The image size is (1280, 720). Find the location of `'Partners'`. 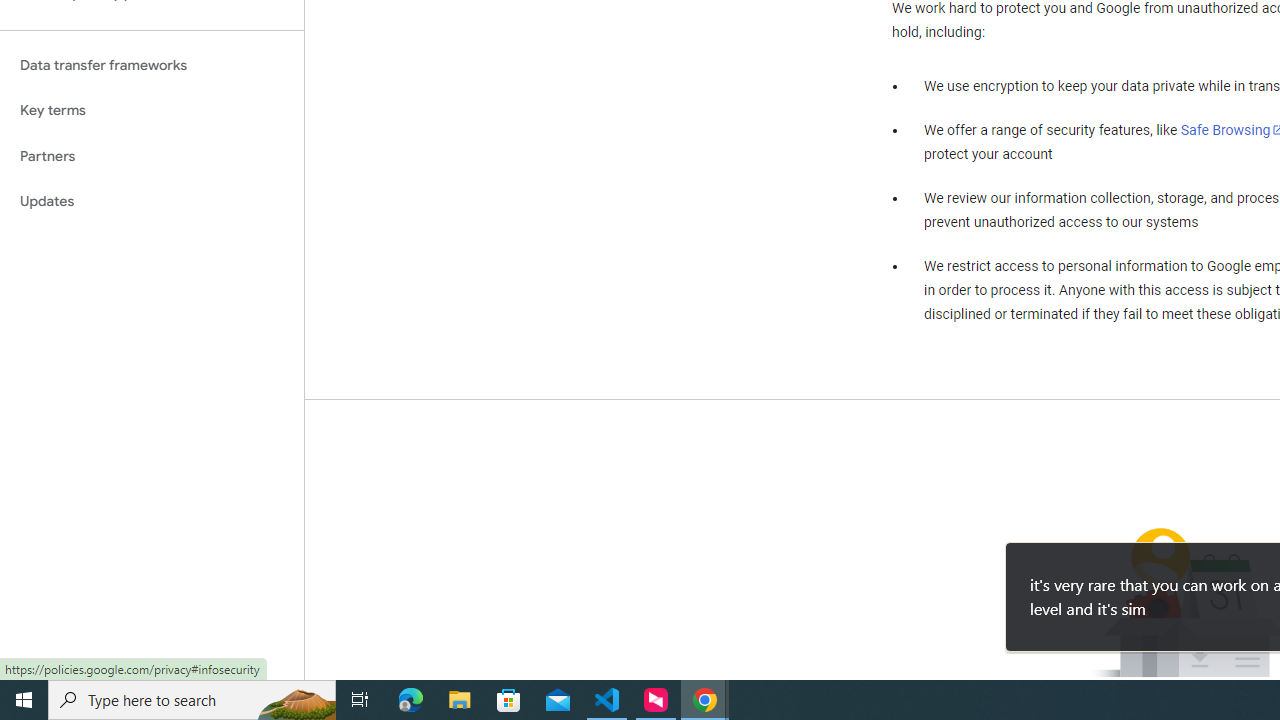

'Partners' is located at coordinates (151, 155).